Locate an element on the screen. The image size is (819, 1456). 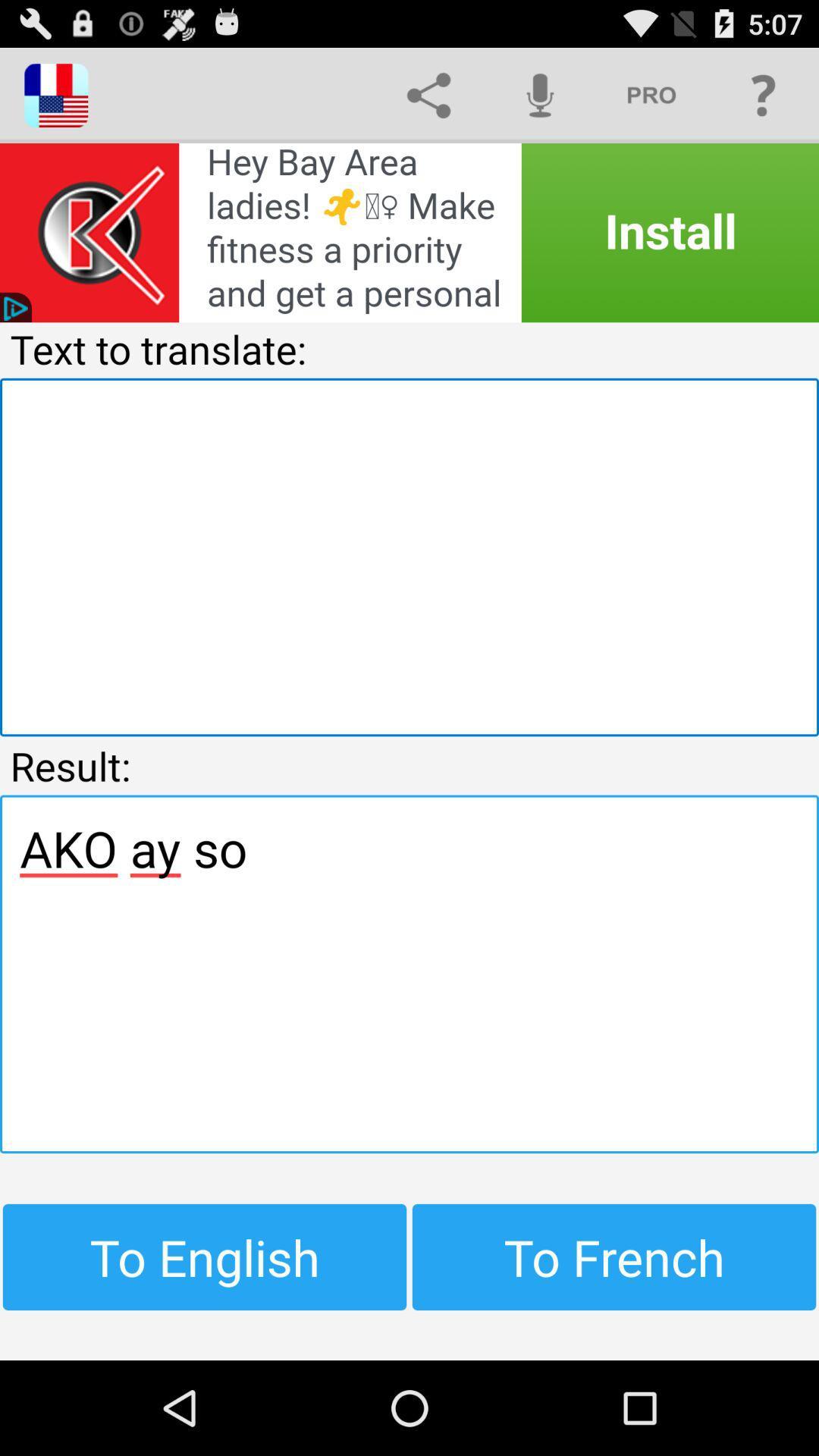
text to translate is located at coordinates (409, 556).